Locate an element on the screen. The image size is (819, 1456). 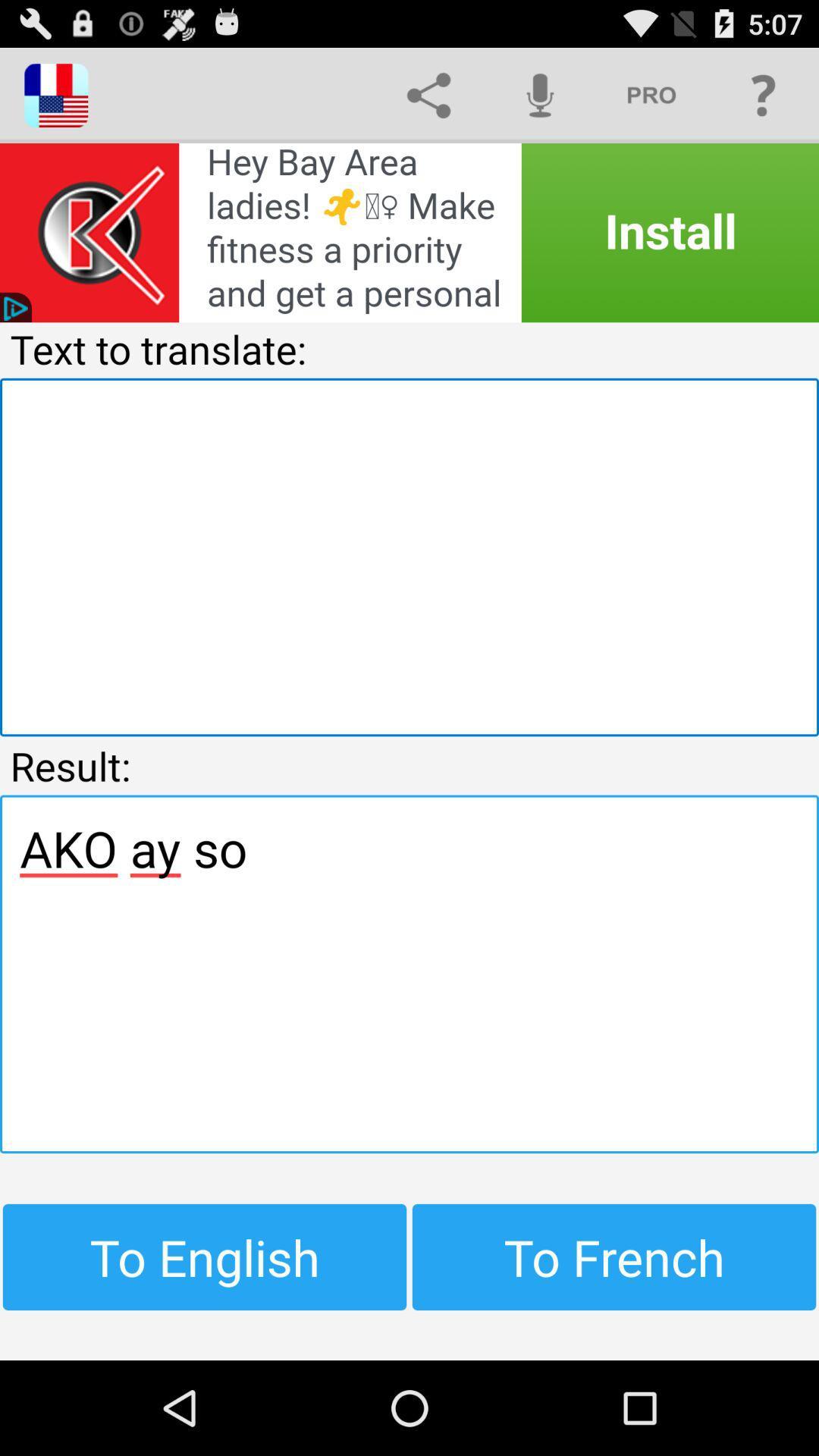
text to translate is located at coordinates (409, 556).